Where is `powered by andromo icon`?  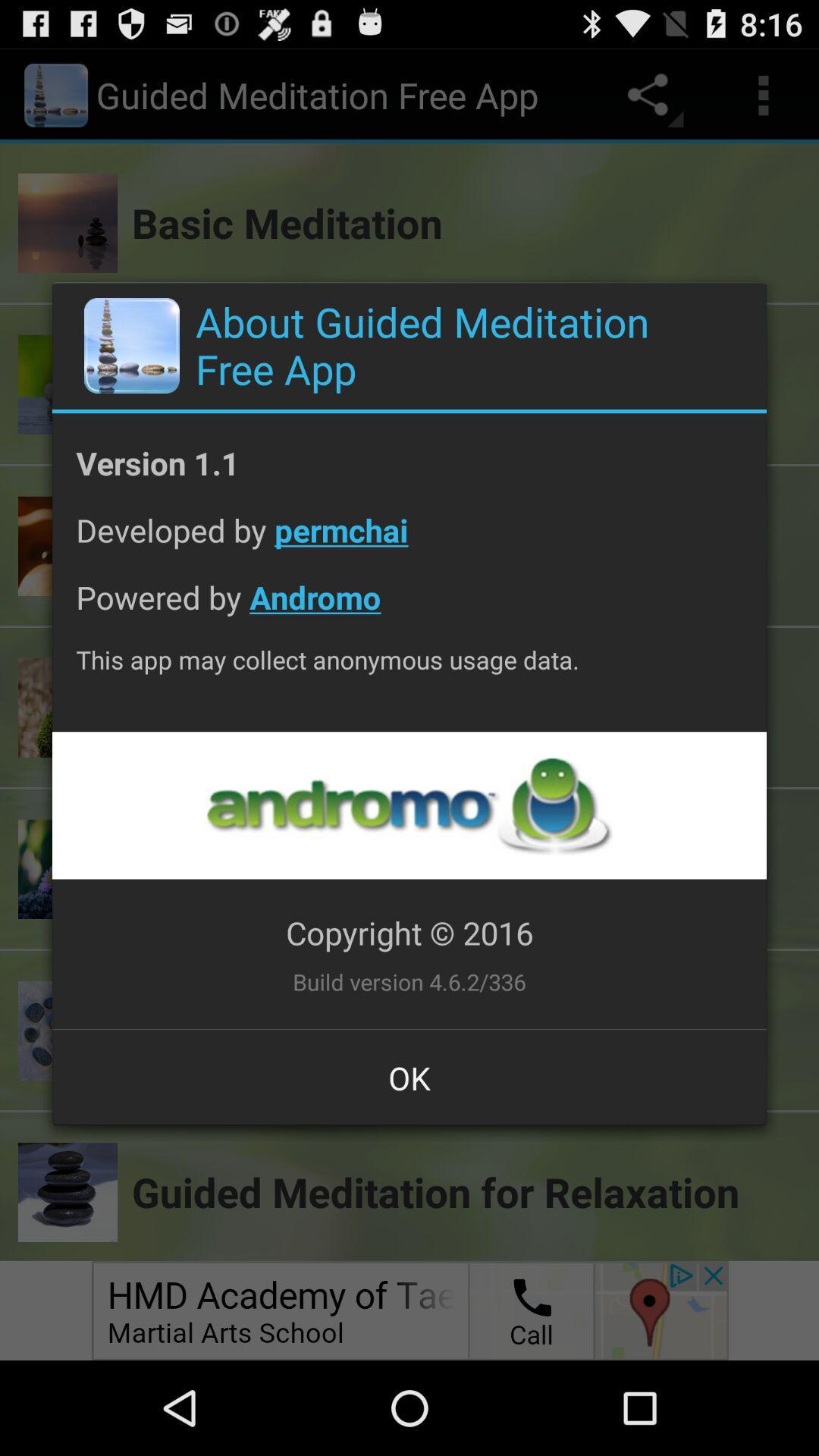 powered by andromo icon is located at coordinates (409, 609).